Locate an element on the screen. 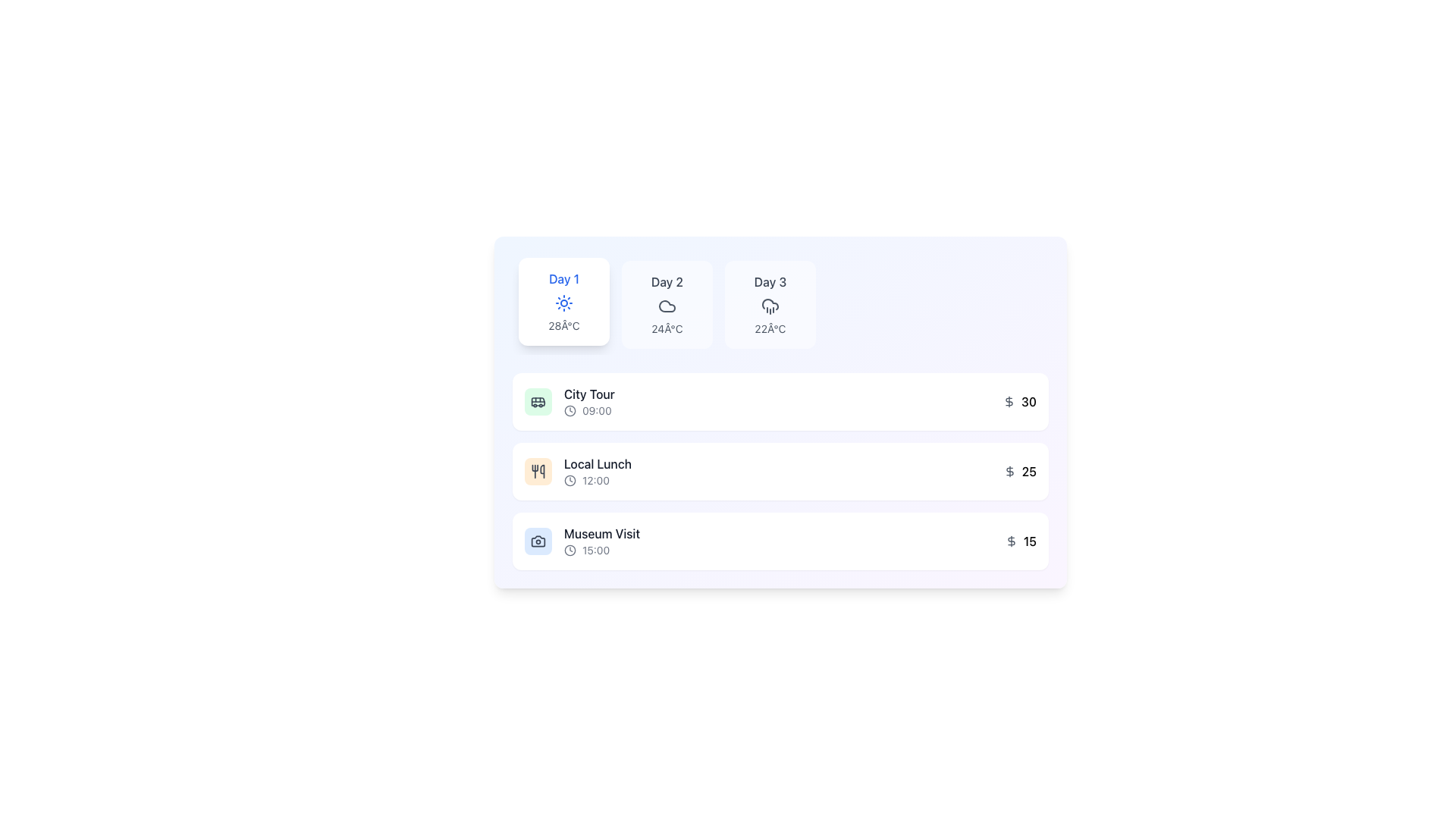 The image size is (1456, 819). title and time of the third item in the vertical list of activities, which is located below 'Local Lunch' and displays an activity name and its scheduled time is located at coordinates (582, 540).